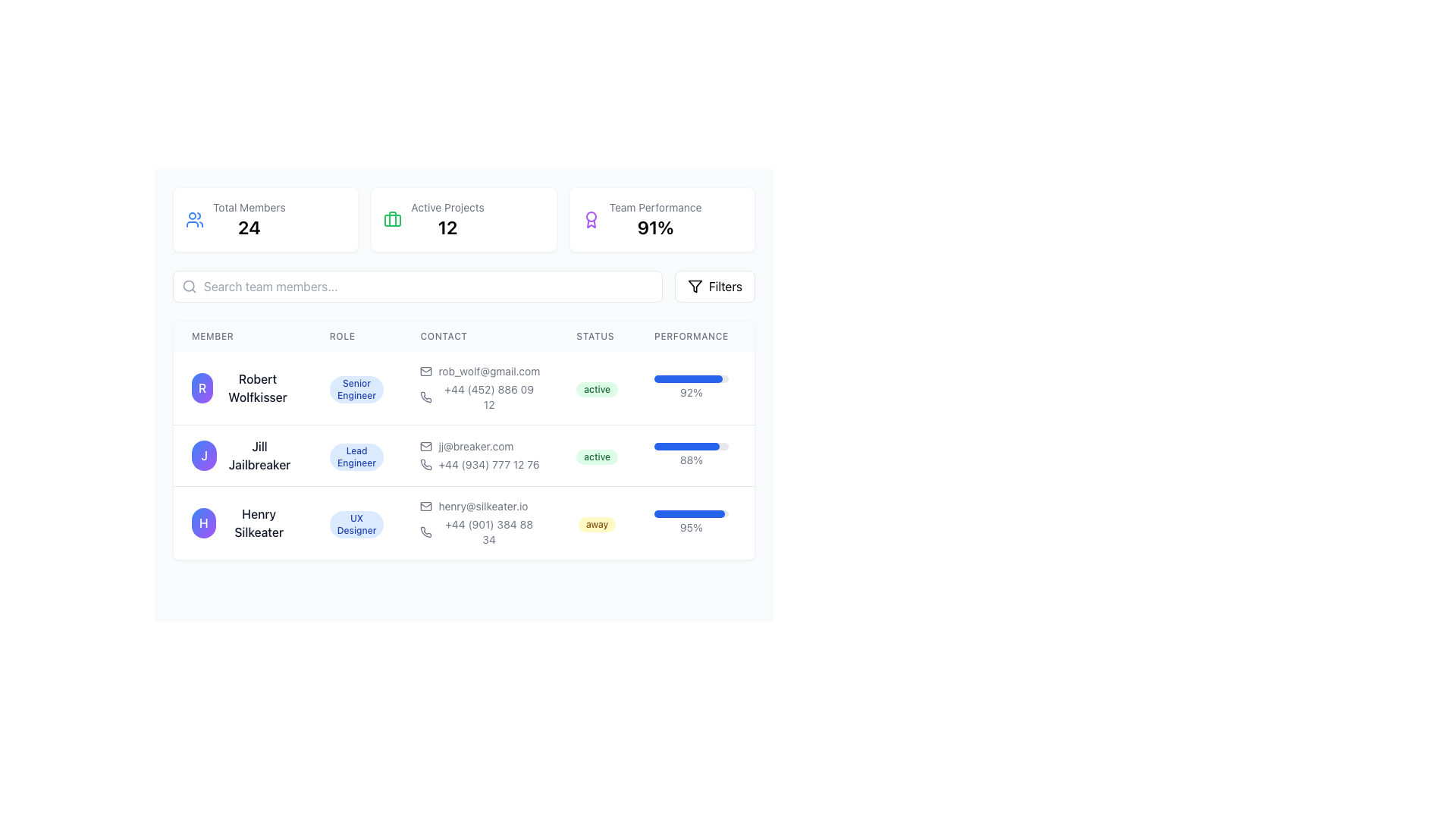 This screenshot has height=819, width=1456. I want to click on the rectangular white input field of the search bar layout component to focus on it, so click(463, 287).